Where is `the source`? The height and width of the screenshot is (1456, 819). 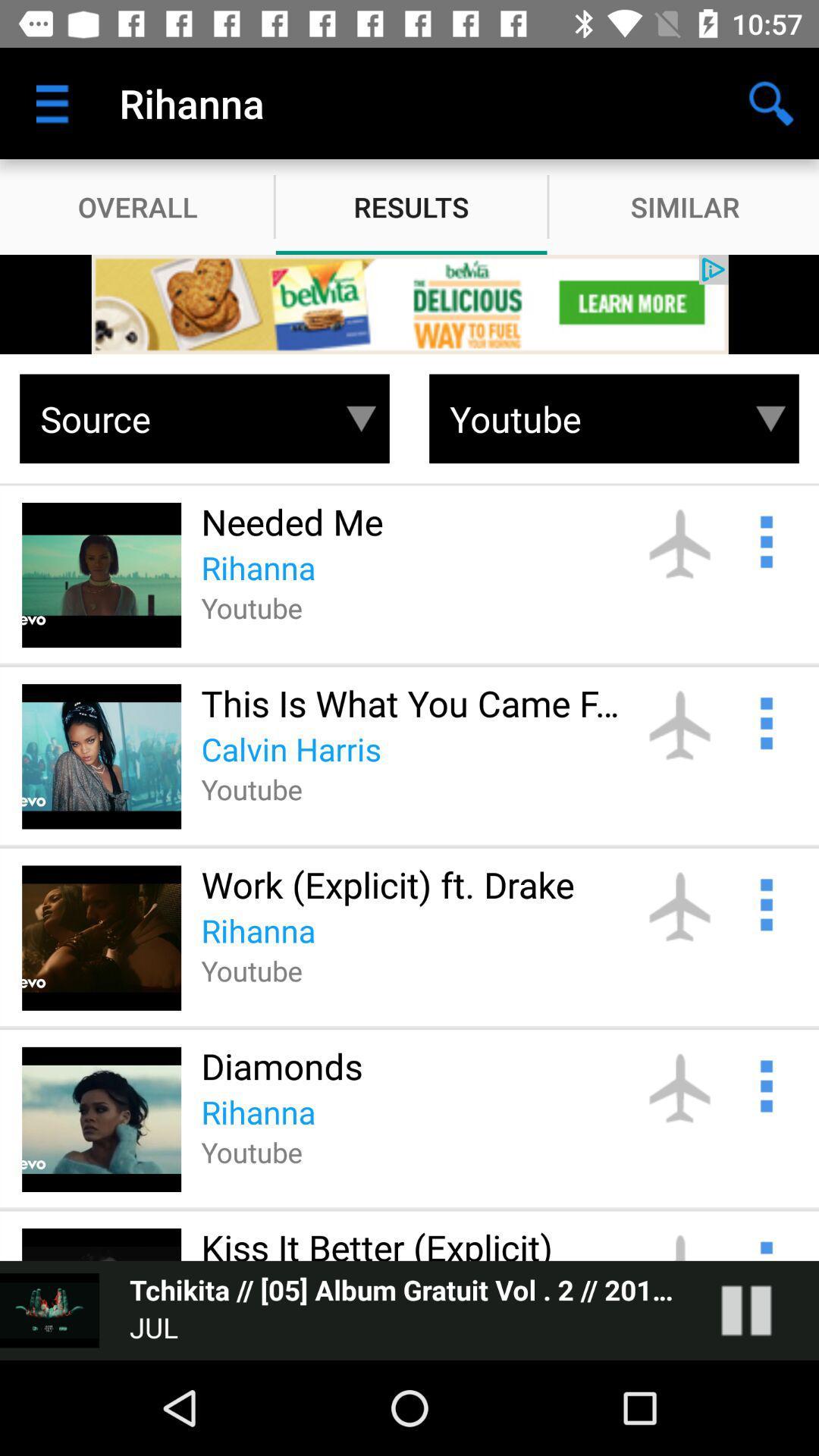 the source is located at coordinates (180, 419).